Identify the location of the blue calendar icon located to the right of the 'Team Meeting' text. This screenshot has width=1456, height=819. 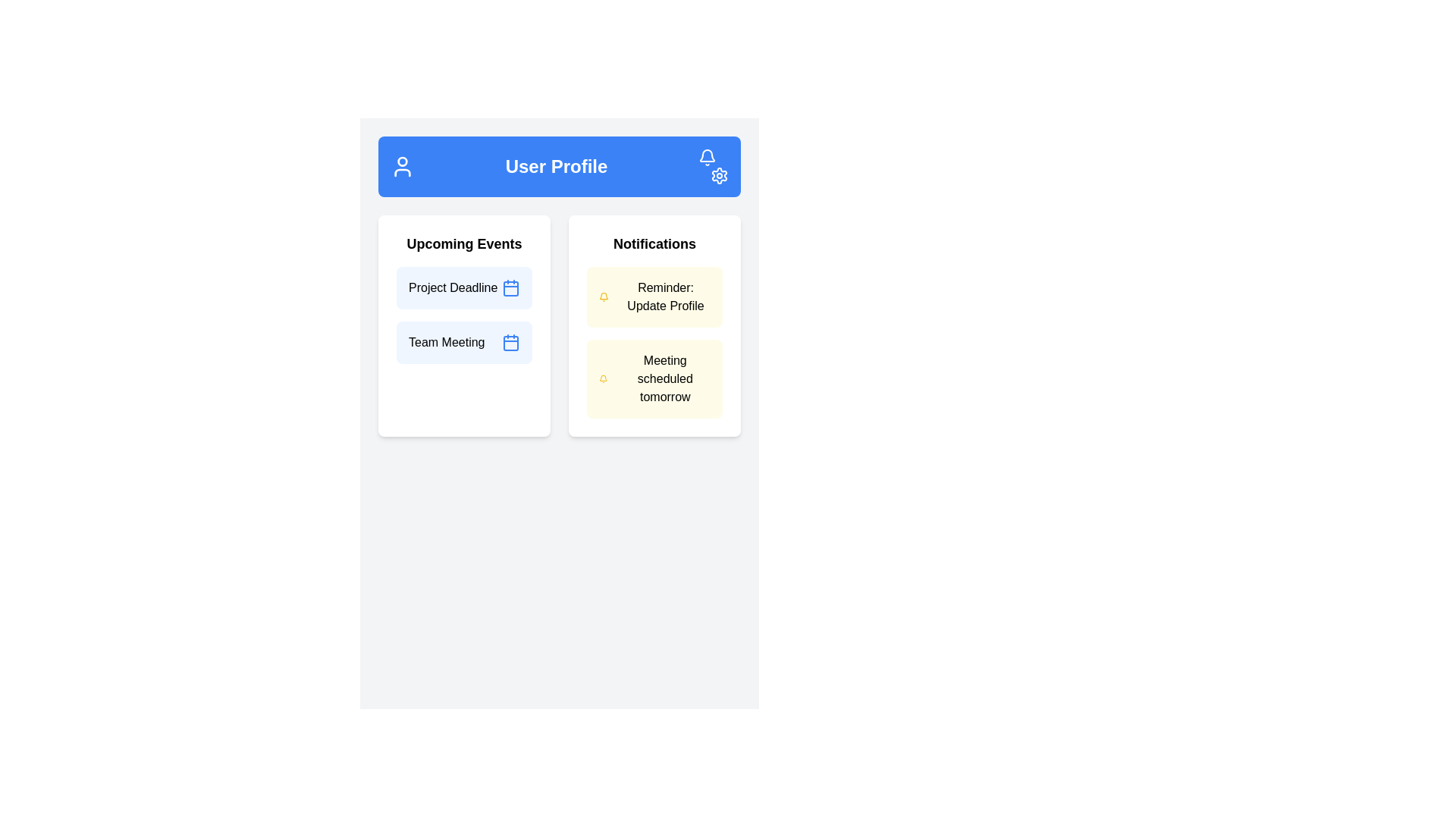
(510, 342).